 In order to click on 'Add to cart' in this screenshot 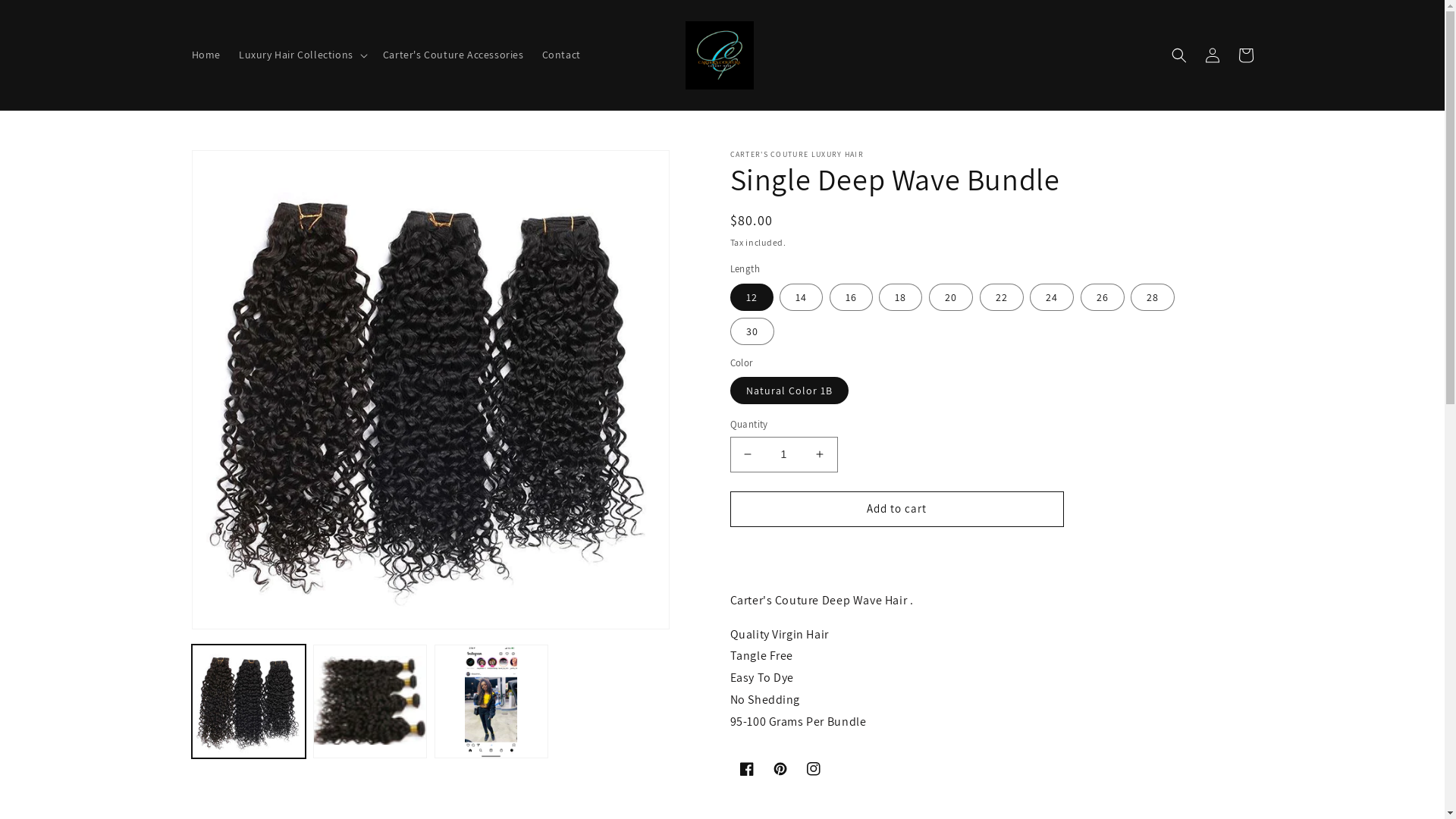, I will do `click(896, 509)`.